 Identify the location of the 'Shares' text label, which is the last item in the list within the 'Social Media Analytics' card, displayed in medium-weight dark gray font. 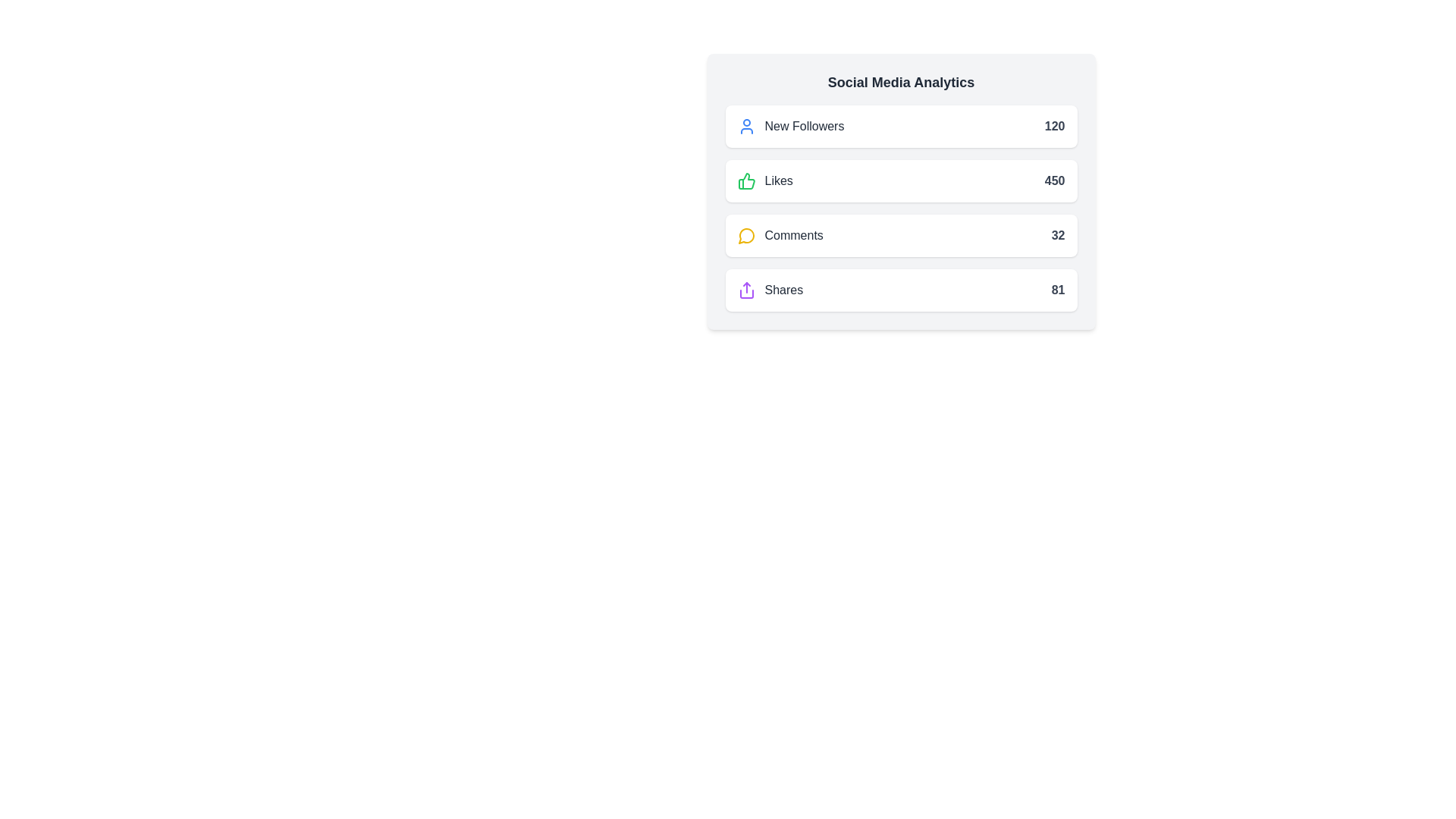
(783, 290).